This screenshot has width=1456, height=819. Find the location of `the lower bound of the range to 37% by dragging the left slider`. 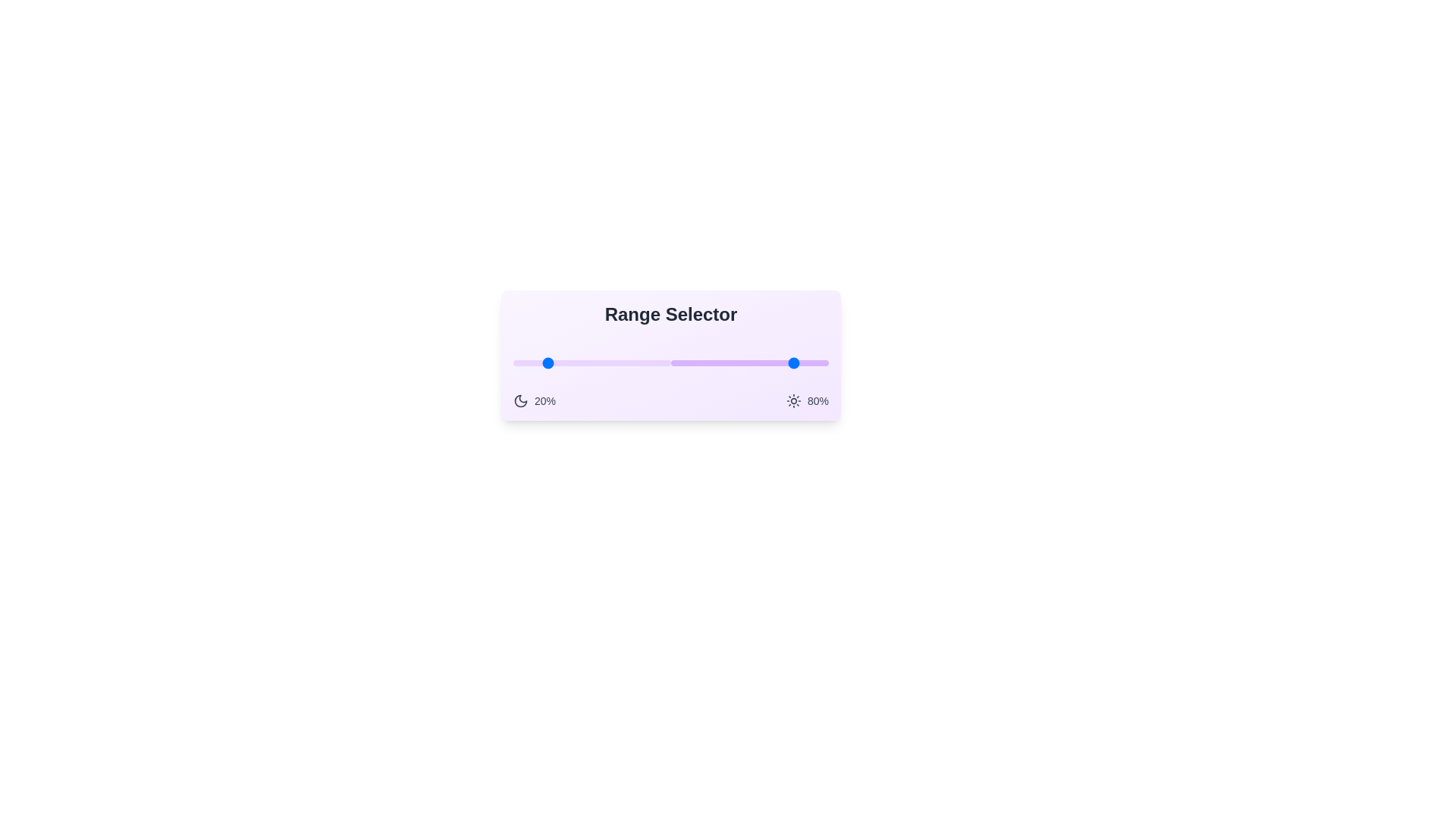

the lower bound of the range to 37% by dragging the left slider is located at coordinates (570, 362).